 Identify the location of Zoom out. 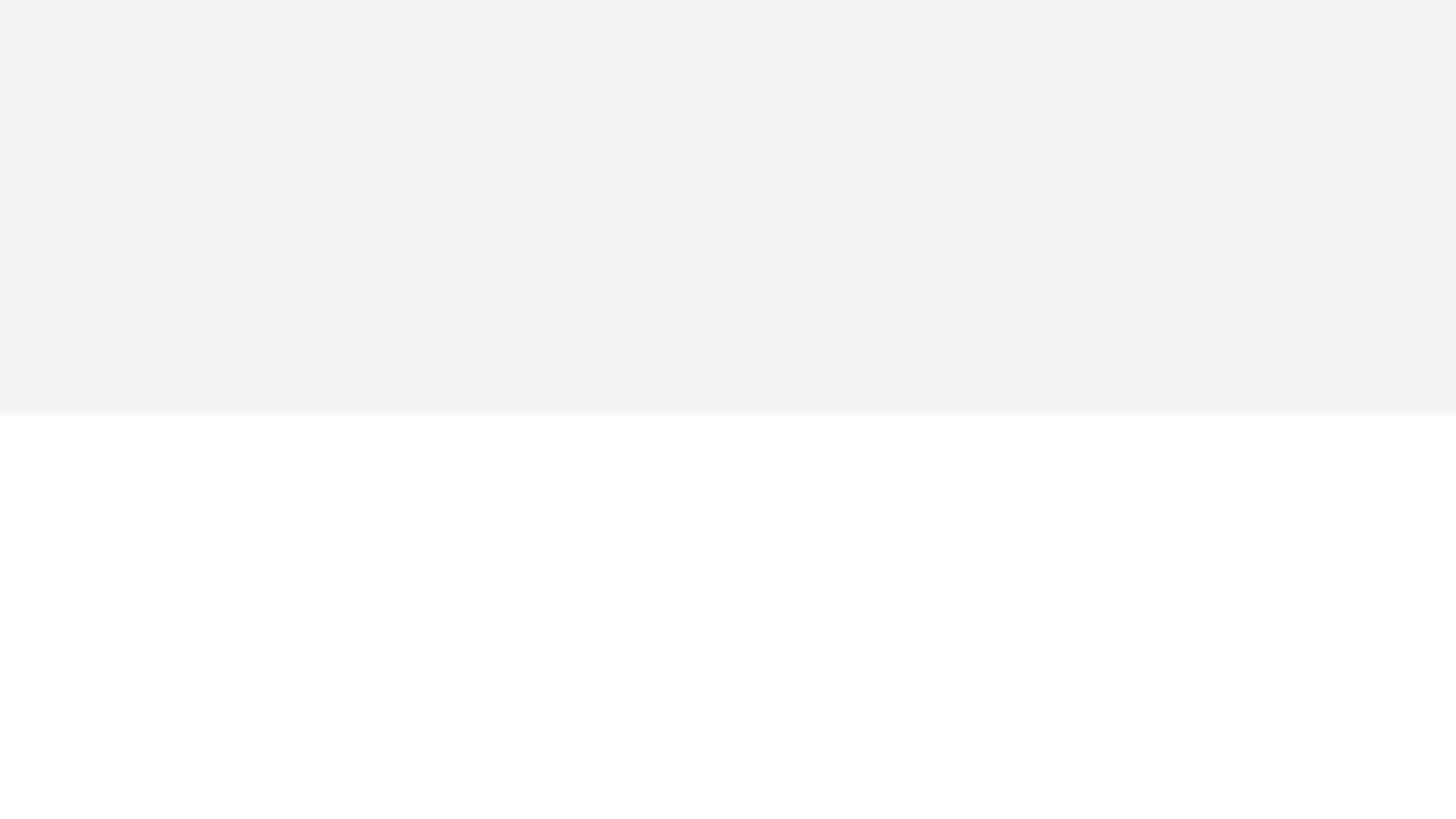
(1436, 131).